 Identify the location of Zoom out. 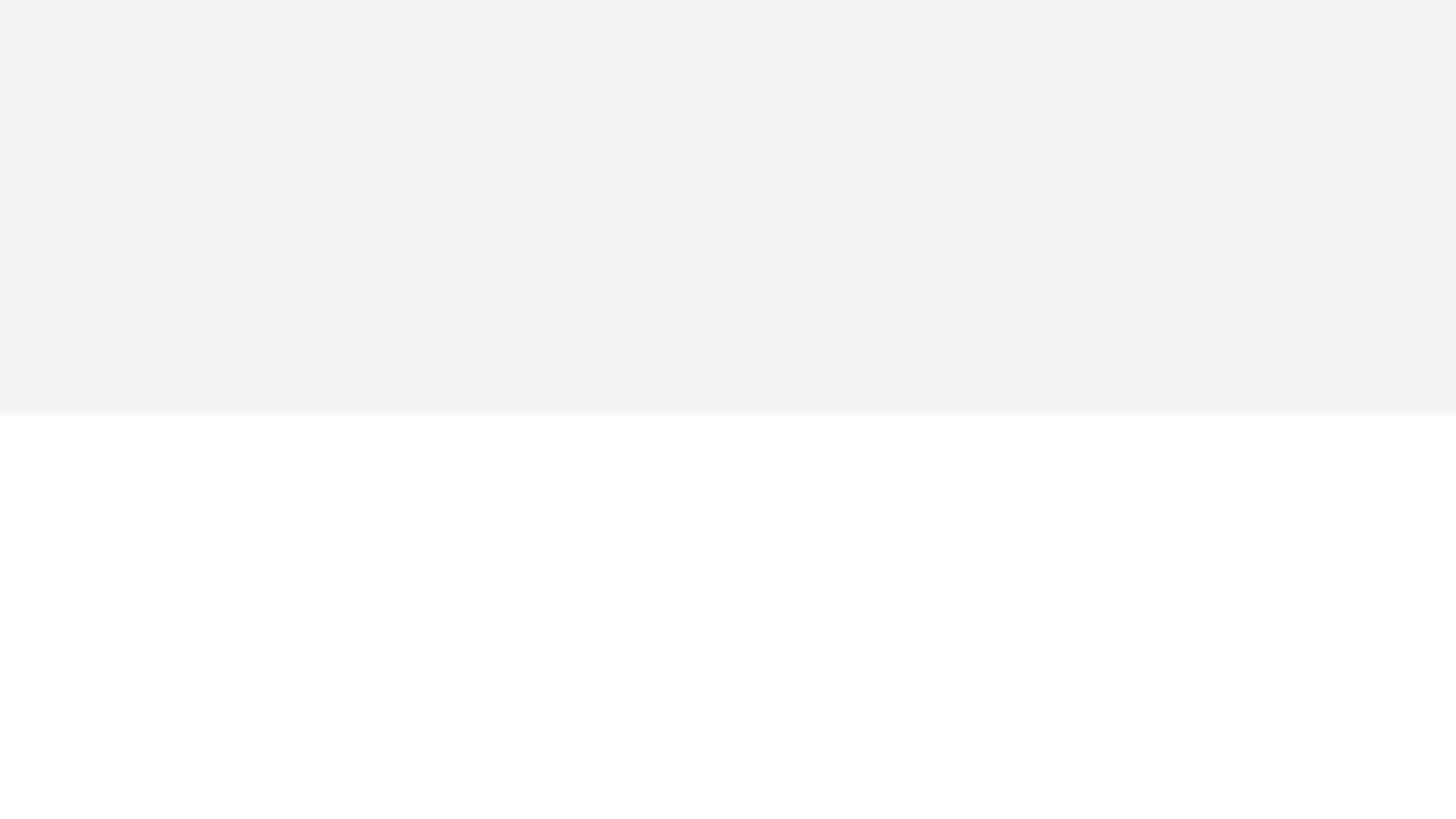
(1436, 131).